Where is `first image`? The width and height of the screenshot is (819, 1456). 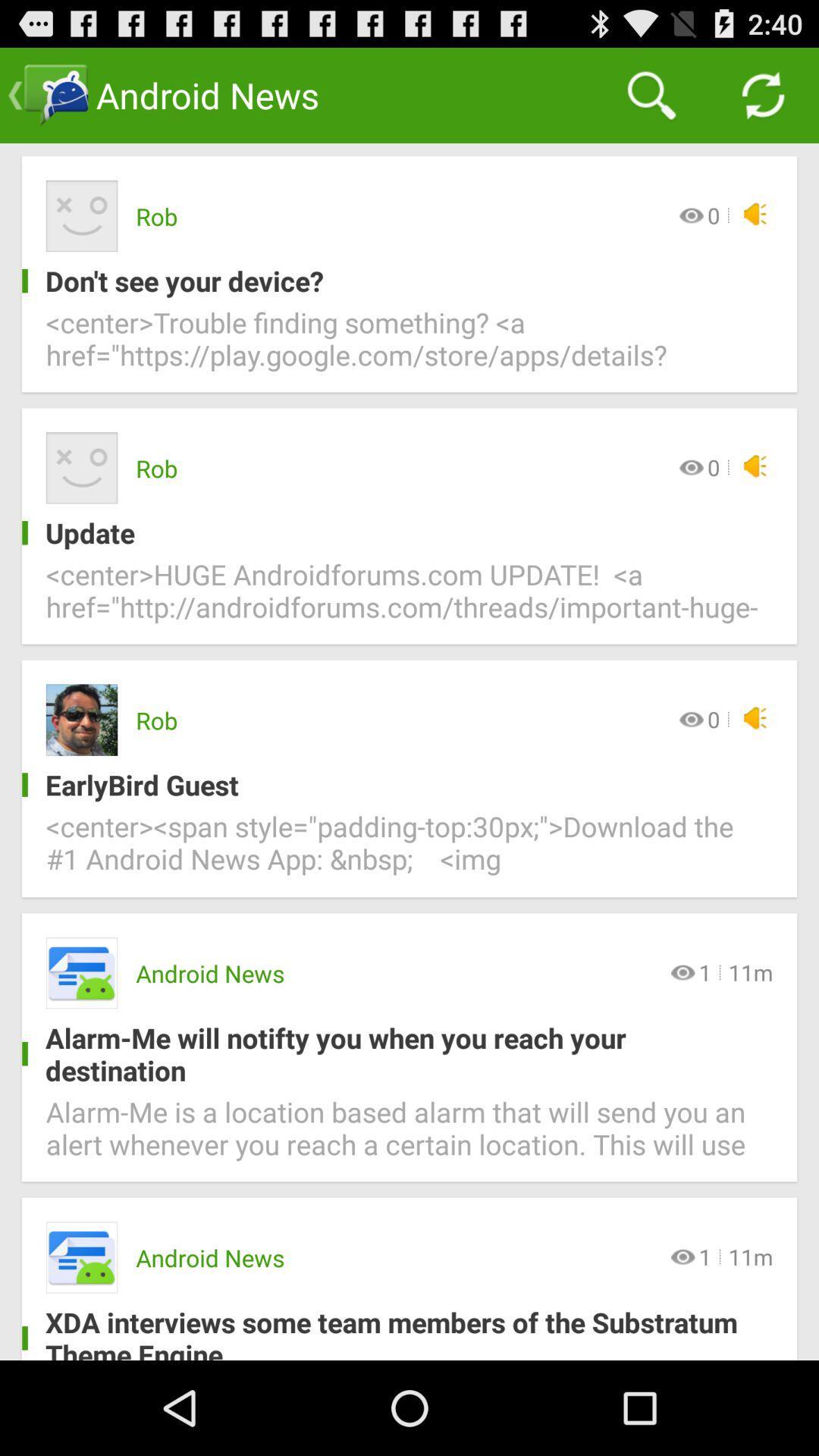
first image is located at coordinates (82, 215).